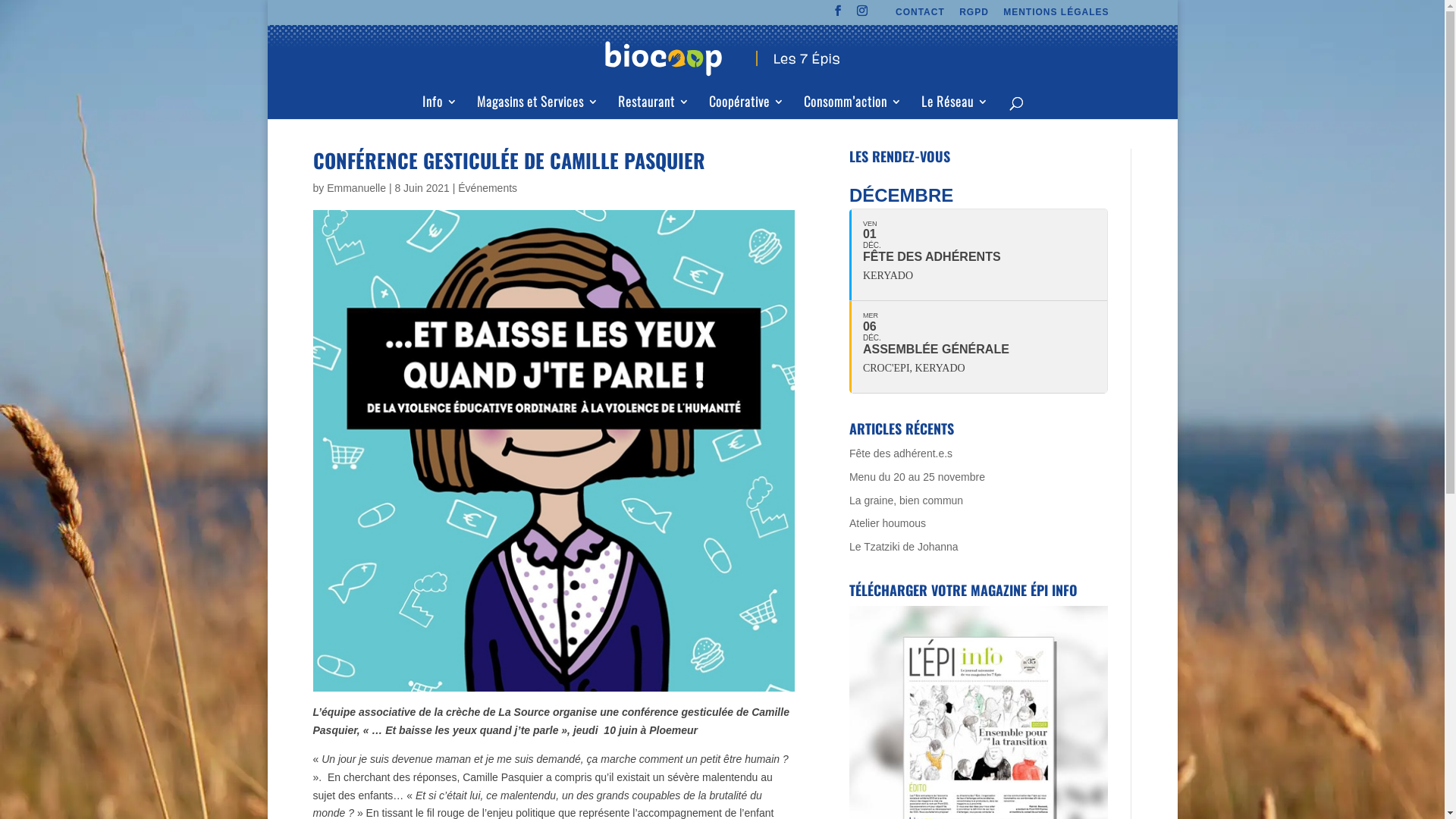  What do you see at coordinates (916, 475) in the screenshot?
I see `'Menu du 20 au 25 novembre'` at bounding box center [916, 475].